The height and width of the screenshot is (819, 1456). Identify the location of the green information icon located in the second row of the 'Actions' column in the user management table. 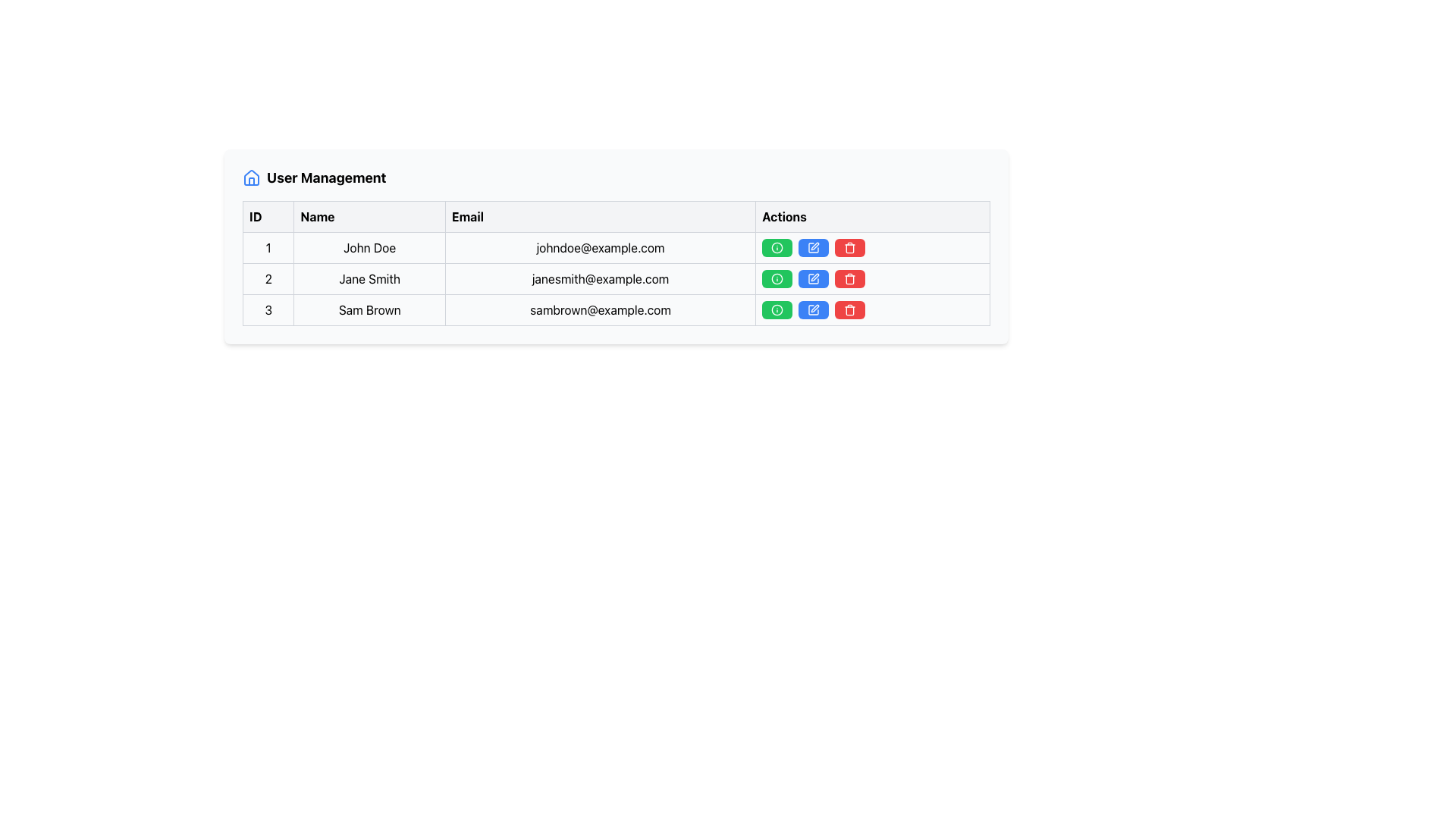
(777, 278).